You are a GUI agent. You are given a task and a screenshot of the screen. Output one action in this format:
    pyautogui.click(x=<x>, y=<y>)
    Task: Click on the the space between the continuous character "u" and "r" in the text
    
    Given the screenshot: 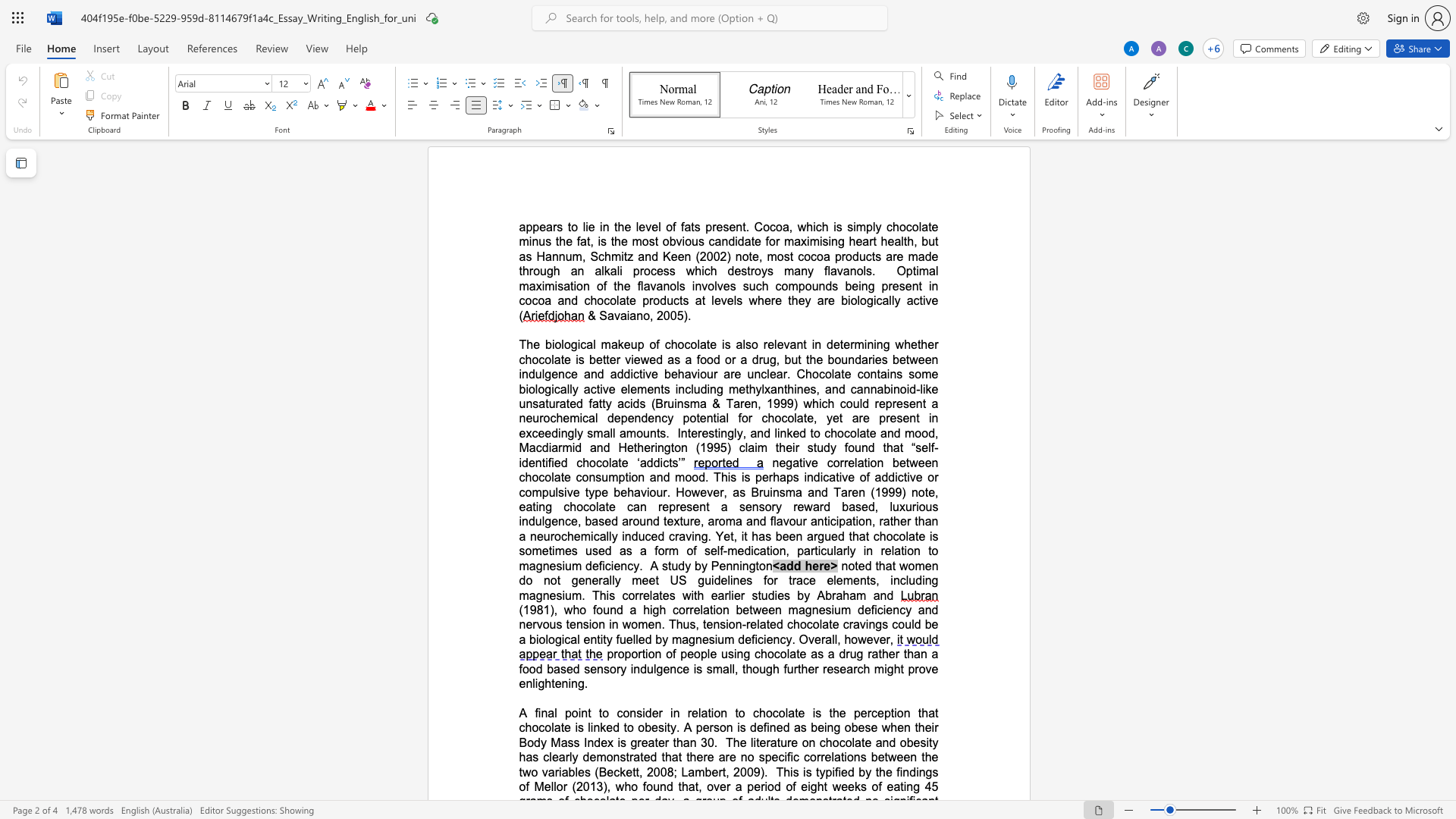 What is the action you would take?
    pyautogui.click(x=662, y=492)
    